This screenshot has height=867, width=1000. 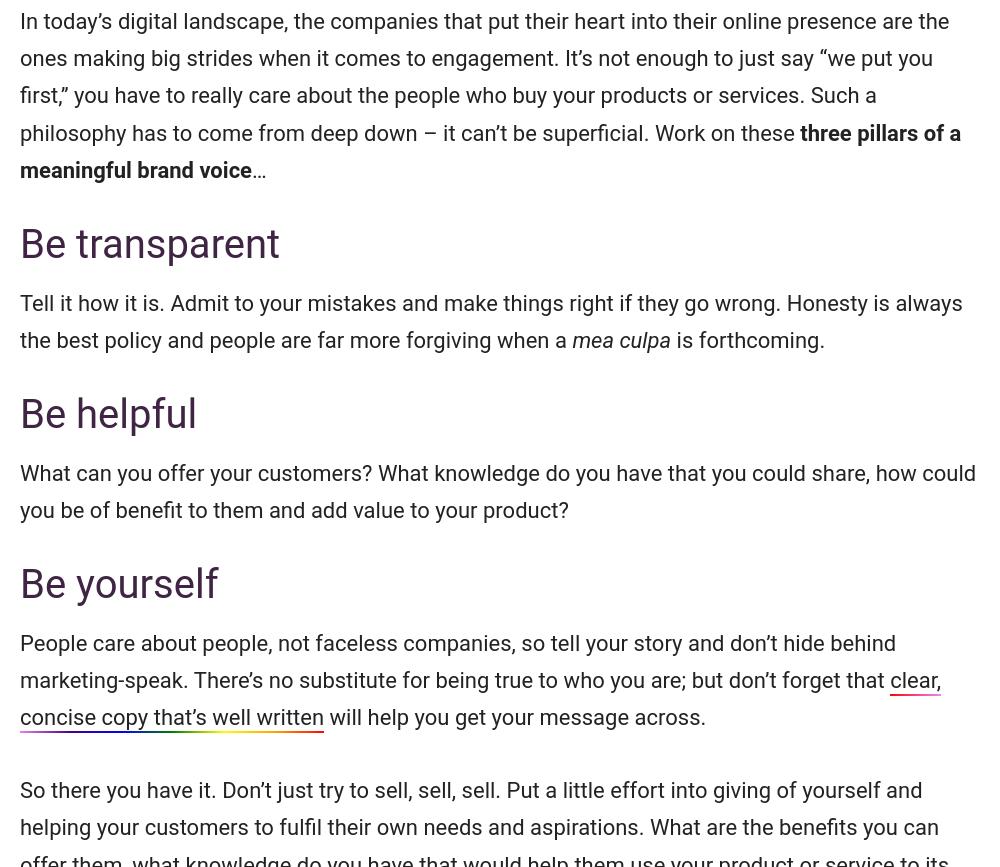 What do you see at coordinates (20, 76) in the screenshot?
I see `'In today’s digital landscape, the companies that put their heart into their online presence are the ones making big strides when it comes to engagement. It’s not enough to just say “we put you first,” you have to really care about the people who buy your products or services. Such a philosophy has to come from deep down – it can’t be superficial. Work on these'` at bounding box center [20, 76].